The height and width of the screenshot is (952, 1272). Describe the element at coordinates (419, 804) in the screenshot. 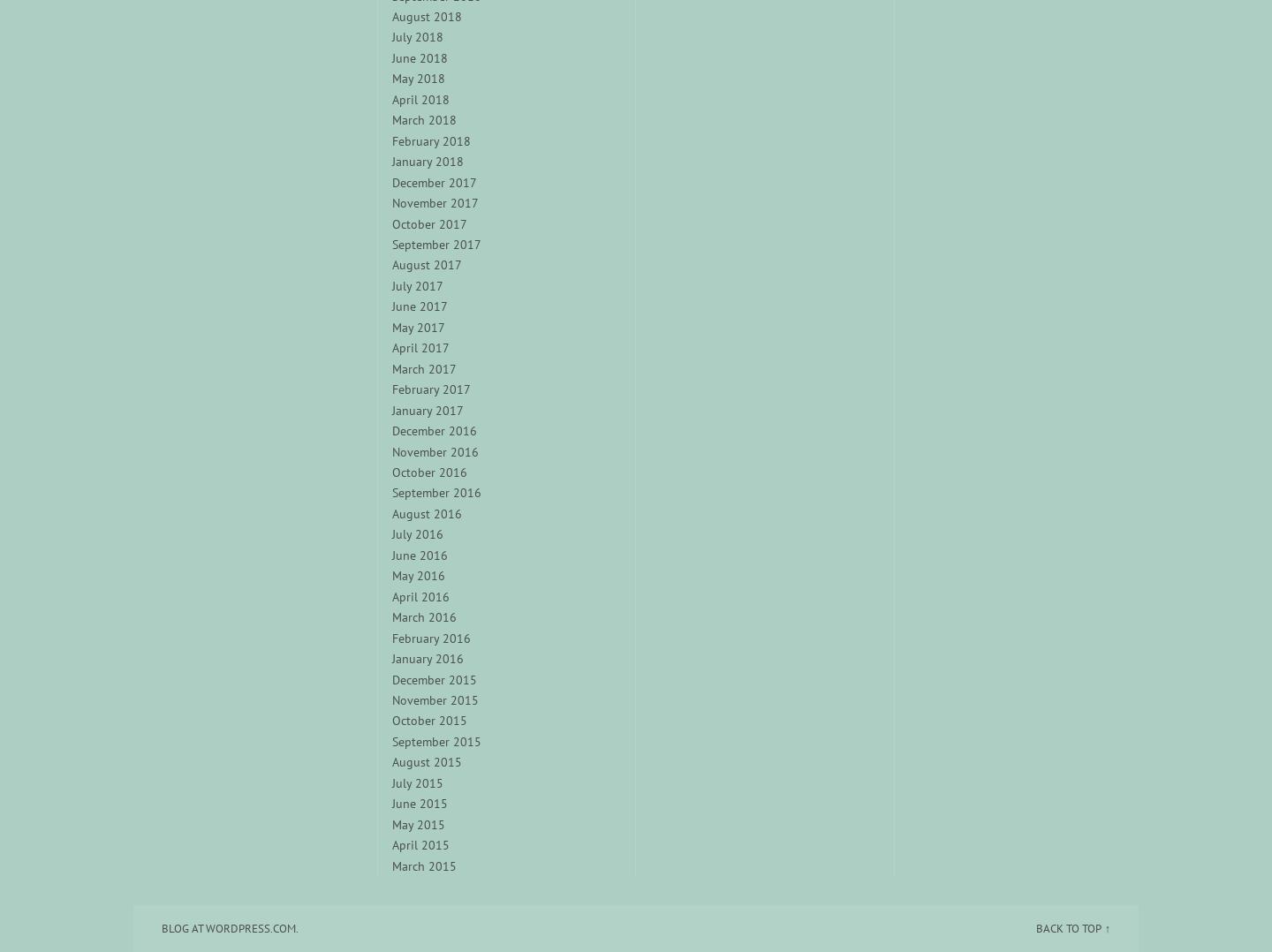

I see `'June 2015'` at that location.